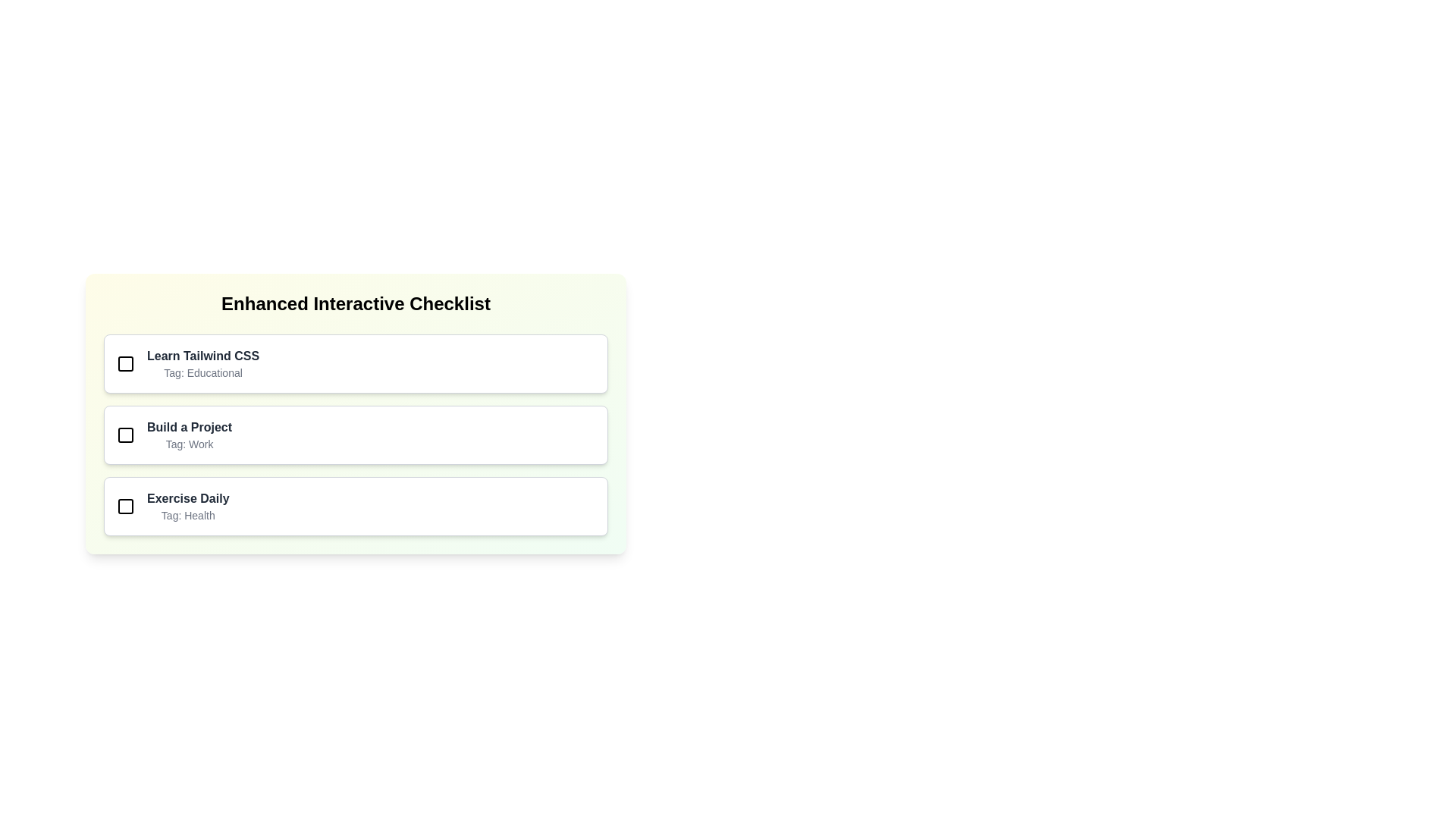 This screenshot has width=1456, height=819. Describe the element at coordinates (188, 435) in the screenshot. I see `the textual display area that shows the title 'Build a Project' and the tag 'Work', located centrally within the second entry of a vertically stacked list of items` at that location.